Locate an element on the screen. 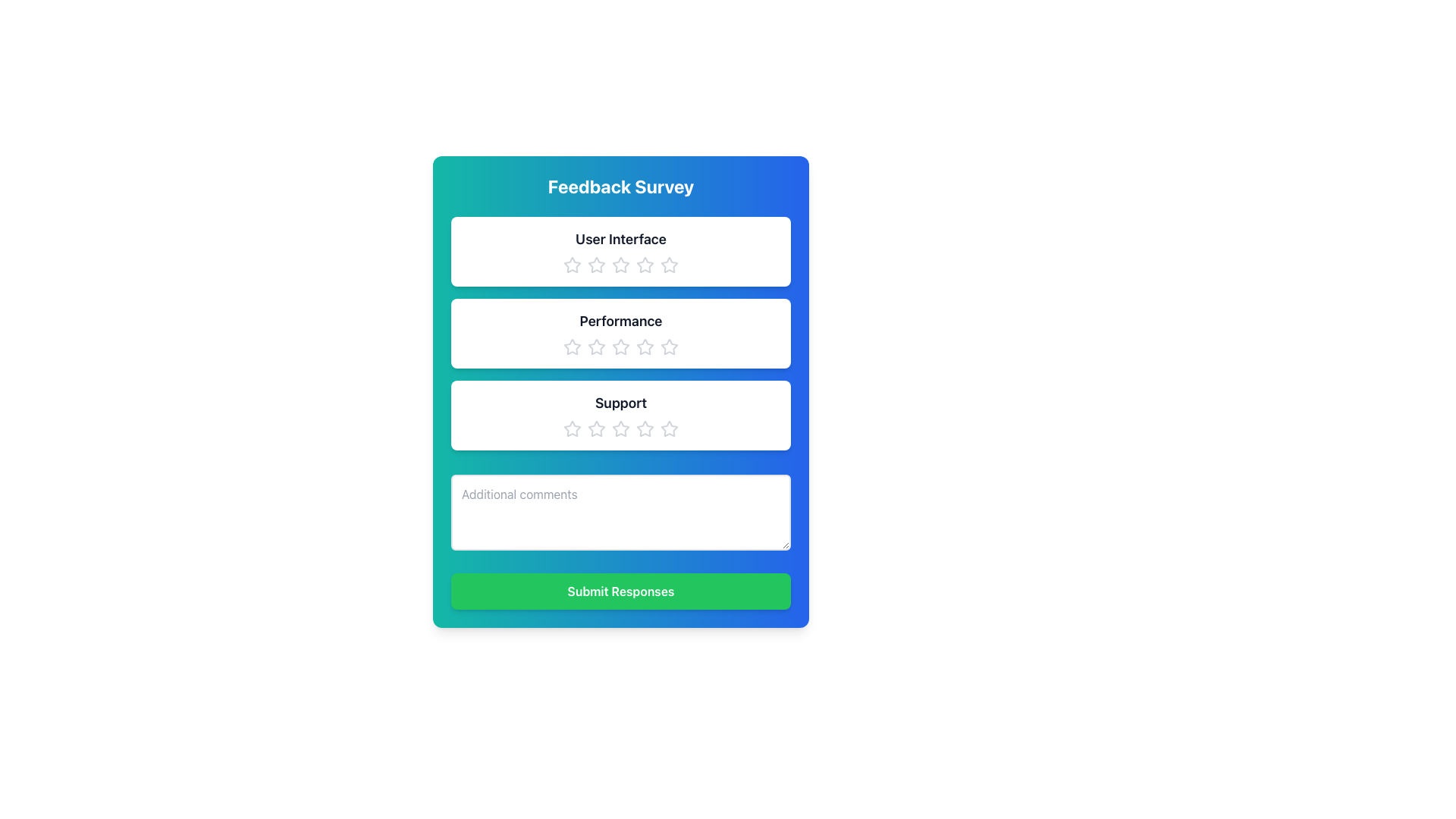 Image resolution: width=1456 pixels, height=819 pixels. the second star in the five-star rating control under the 'Support' section of the feedback survey form is located at coordinates (596, 429).